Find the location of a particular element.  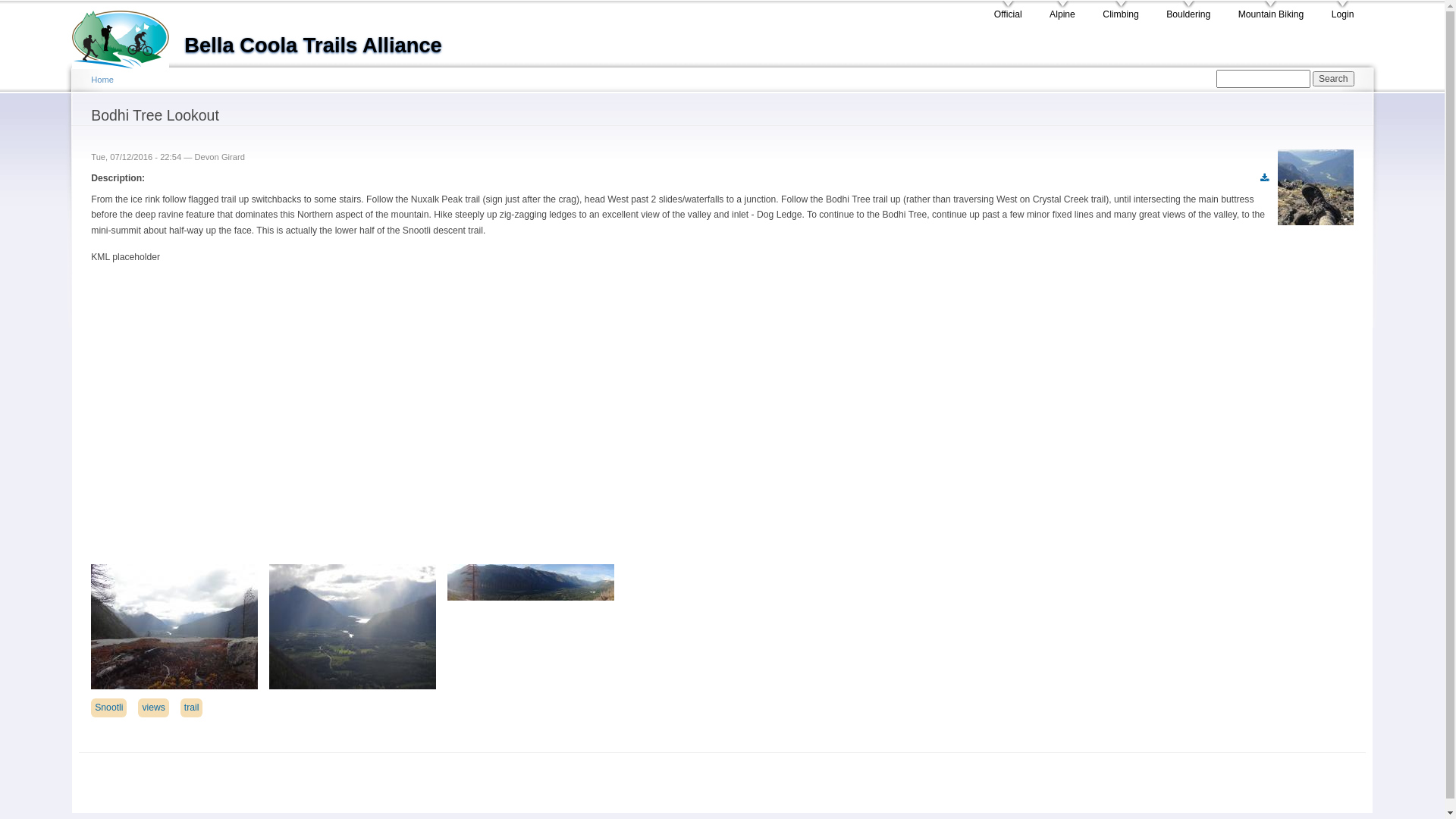

'views' is located at coordinates (152, 708).